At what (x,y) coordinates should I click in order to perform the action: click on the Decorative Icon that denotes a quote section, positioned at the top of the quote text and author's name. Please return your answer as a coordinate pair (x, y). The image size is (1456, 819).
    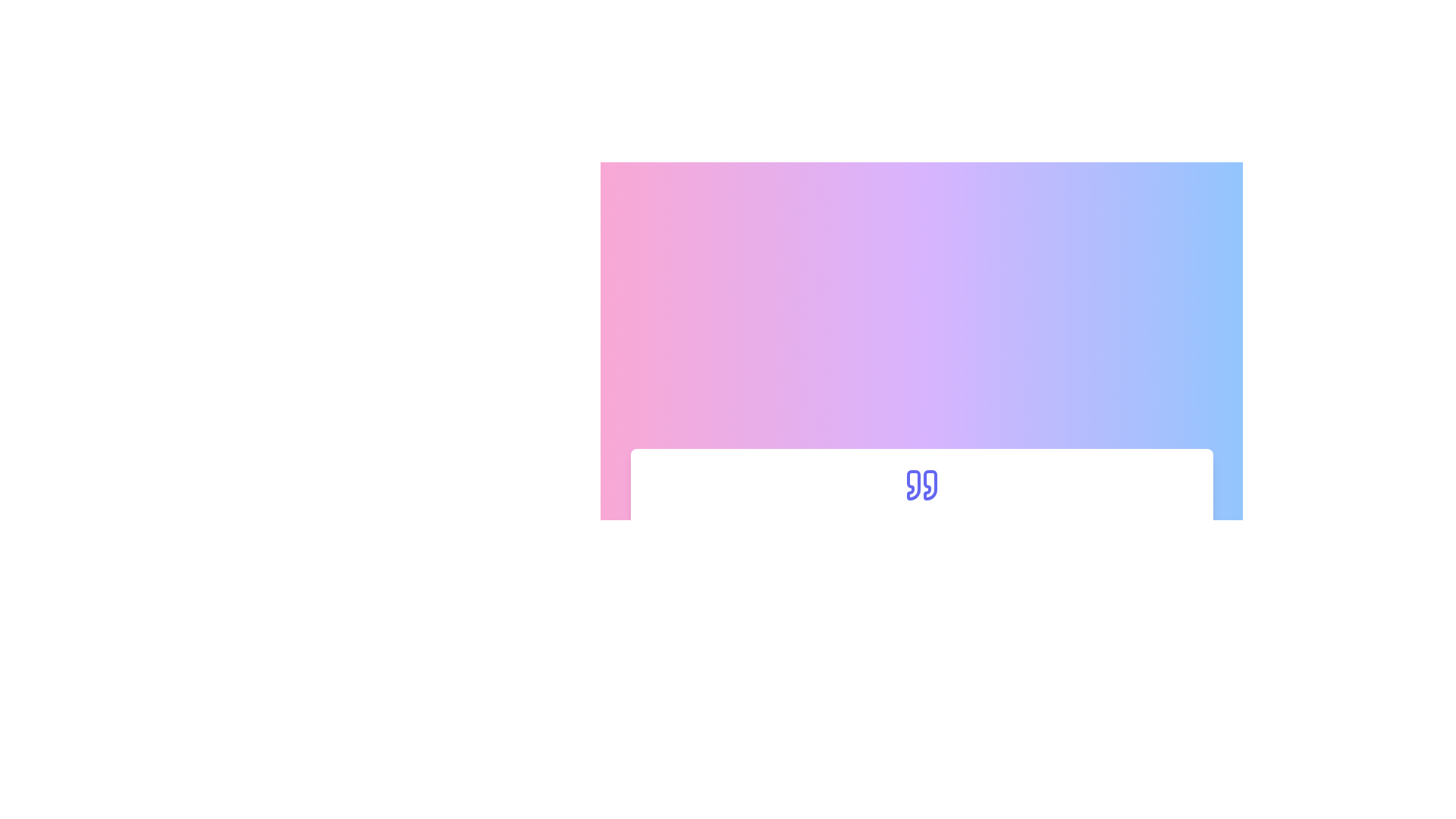
    Looking at the image, I should click on (921, 485).